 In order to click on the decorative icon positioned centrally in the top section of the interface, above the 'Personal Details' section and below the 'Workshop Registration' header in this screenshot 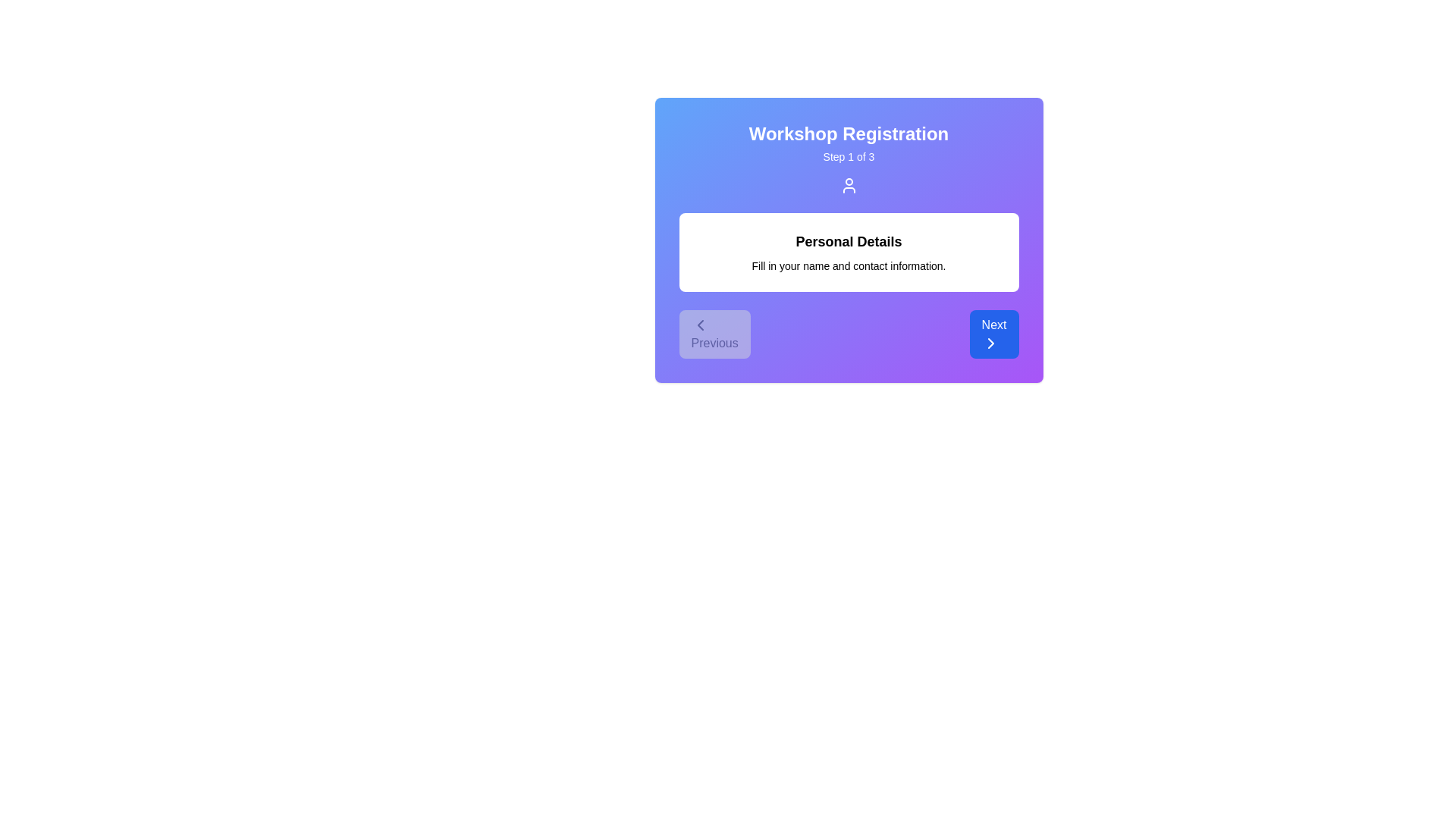, I will do `click(848, 185)`.